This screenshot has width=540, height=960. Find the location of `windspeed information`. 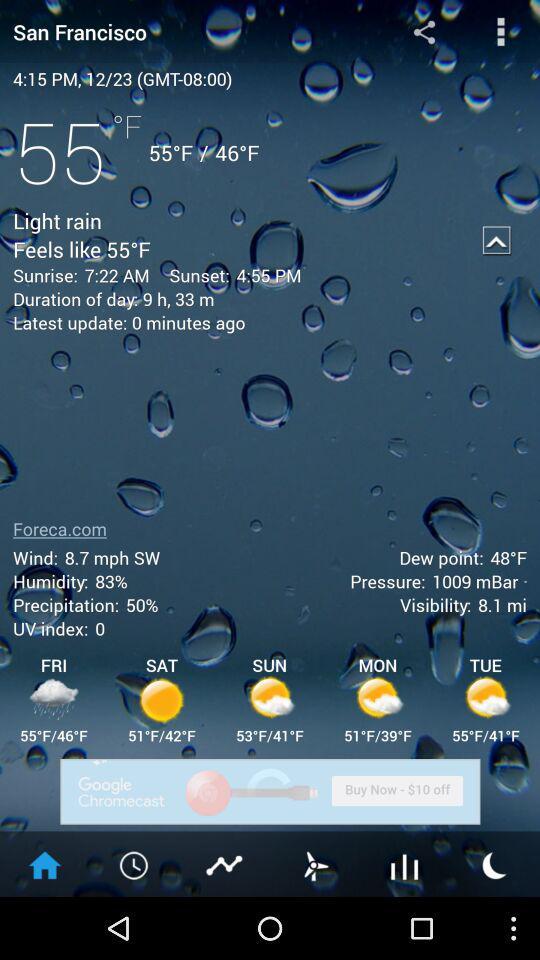

windspeed information is located at coordinates (314, 863).